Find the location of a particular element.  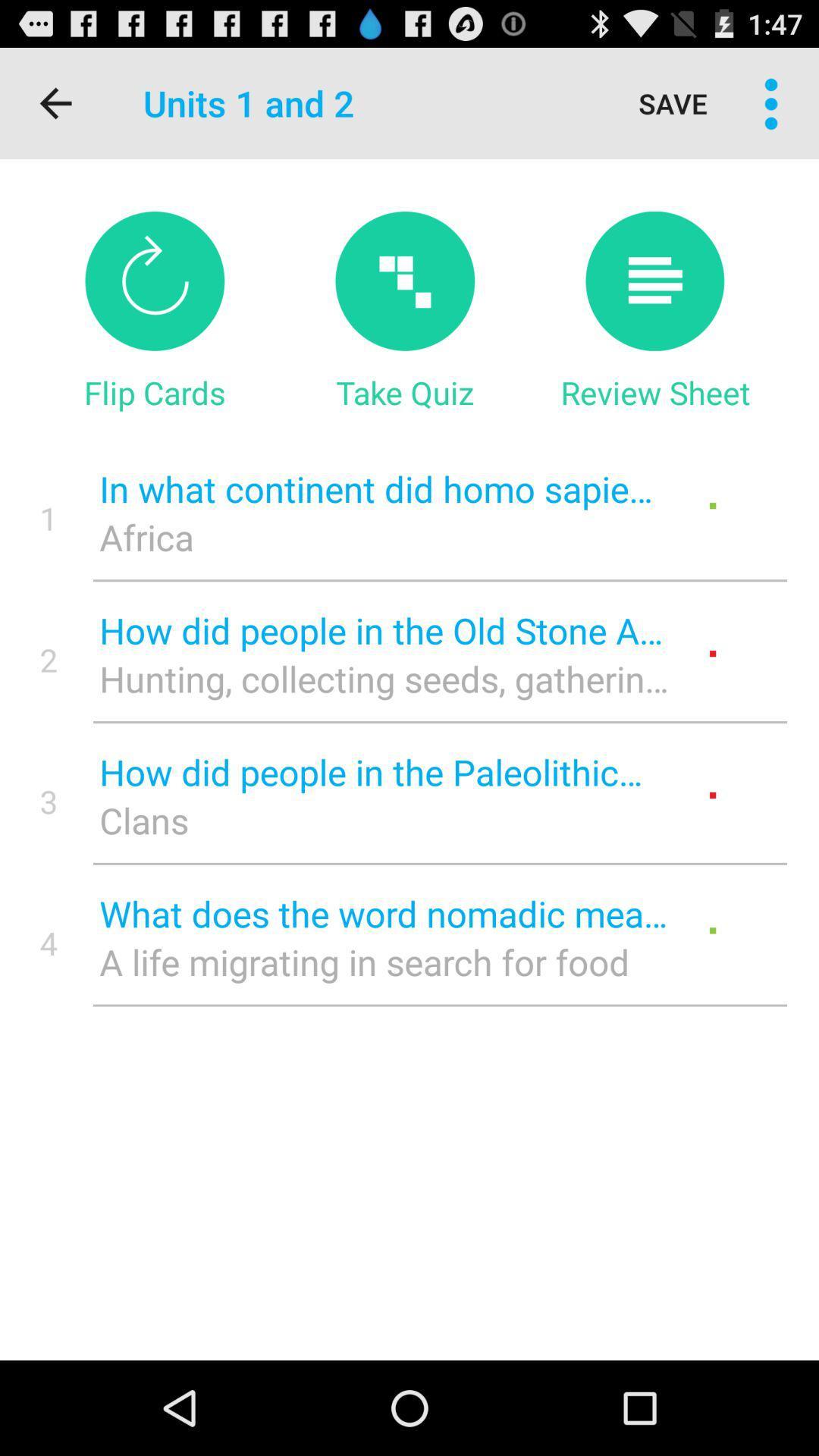

hunting collecting seeds icon is located at coordinates (383, 678).